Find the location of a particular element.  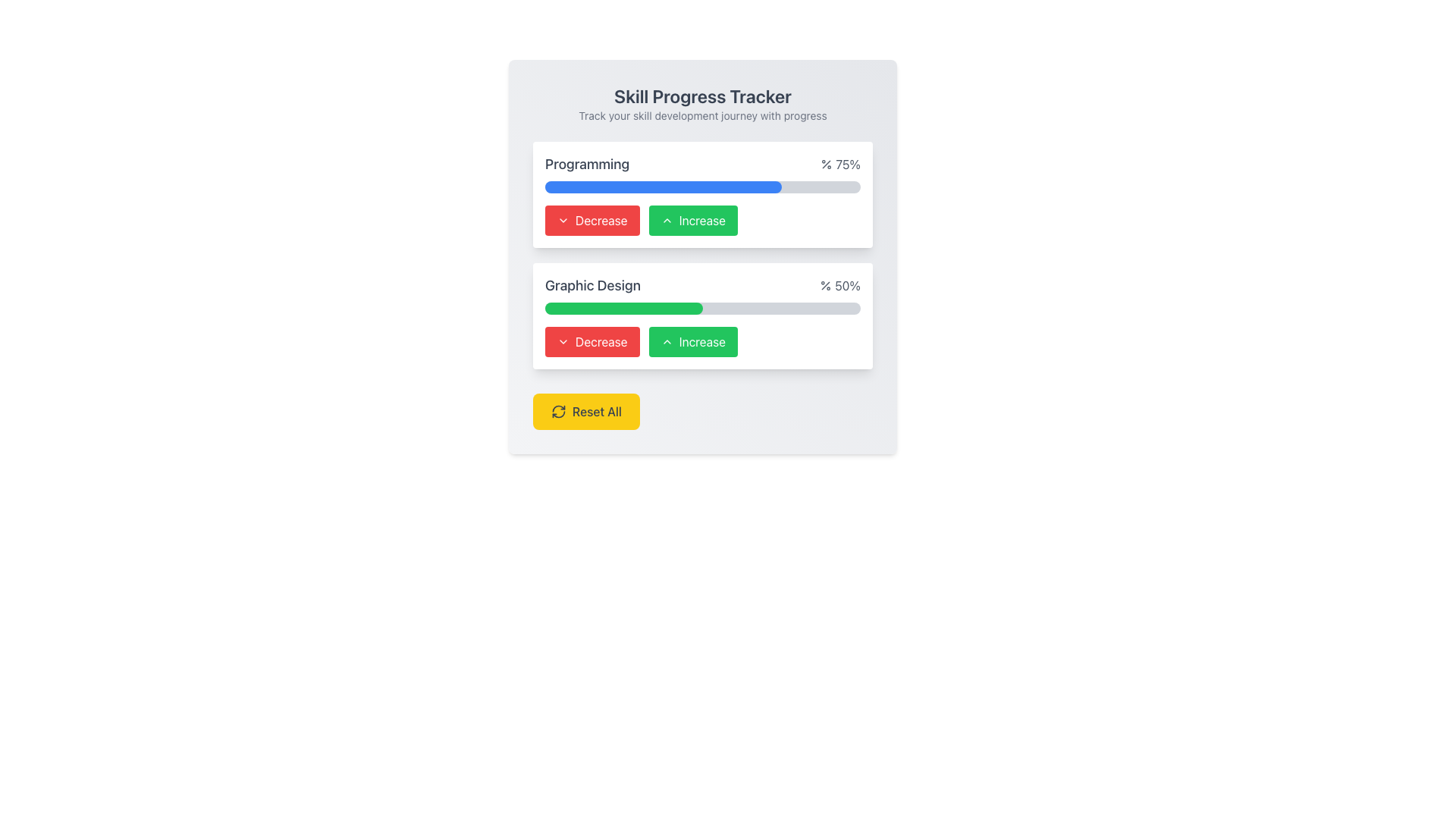

the small down-facing chevron icon located inside the red 'Decrease' button below the 'Programming' progress bar is located at coordinates (563, 220).